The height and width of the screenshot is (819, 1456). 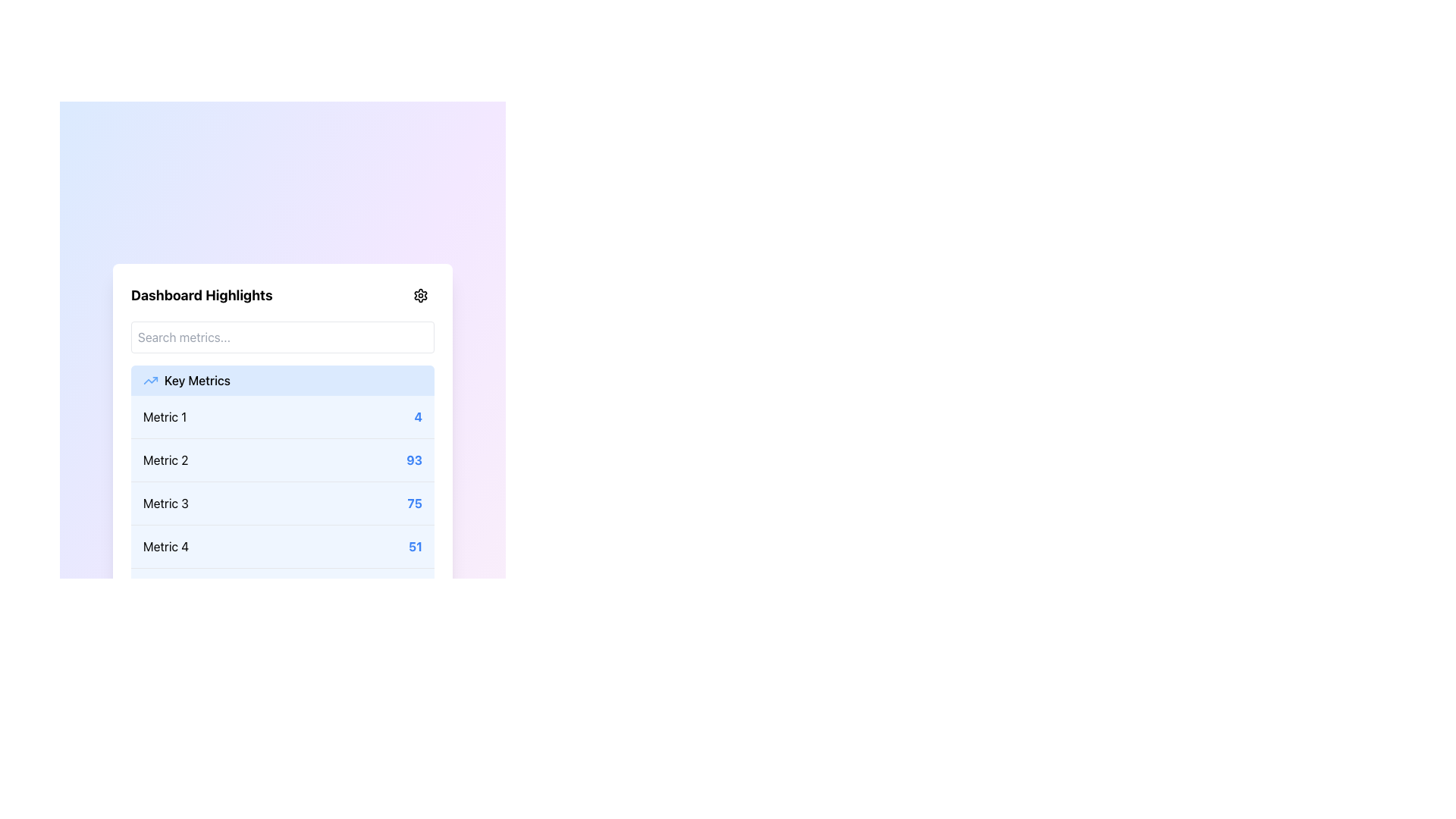 What do you see at coordinates (165, 417) in the screenshot?
I see `the 'Metric 1' text label located in the 'Key Metrics' section` at bounding box center [165, 417].